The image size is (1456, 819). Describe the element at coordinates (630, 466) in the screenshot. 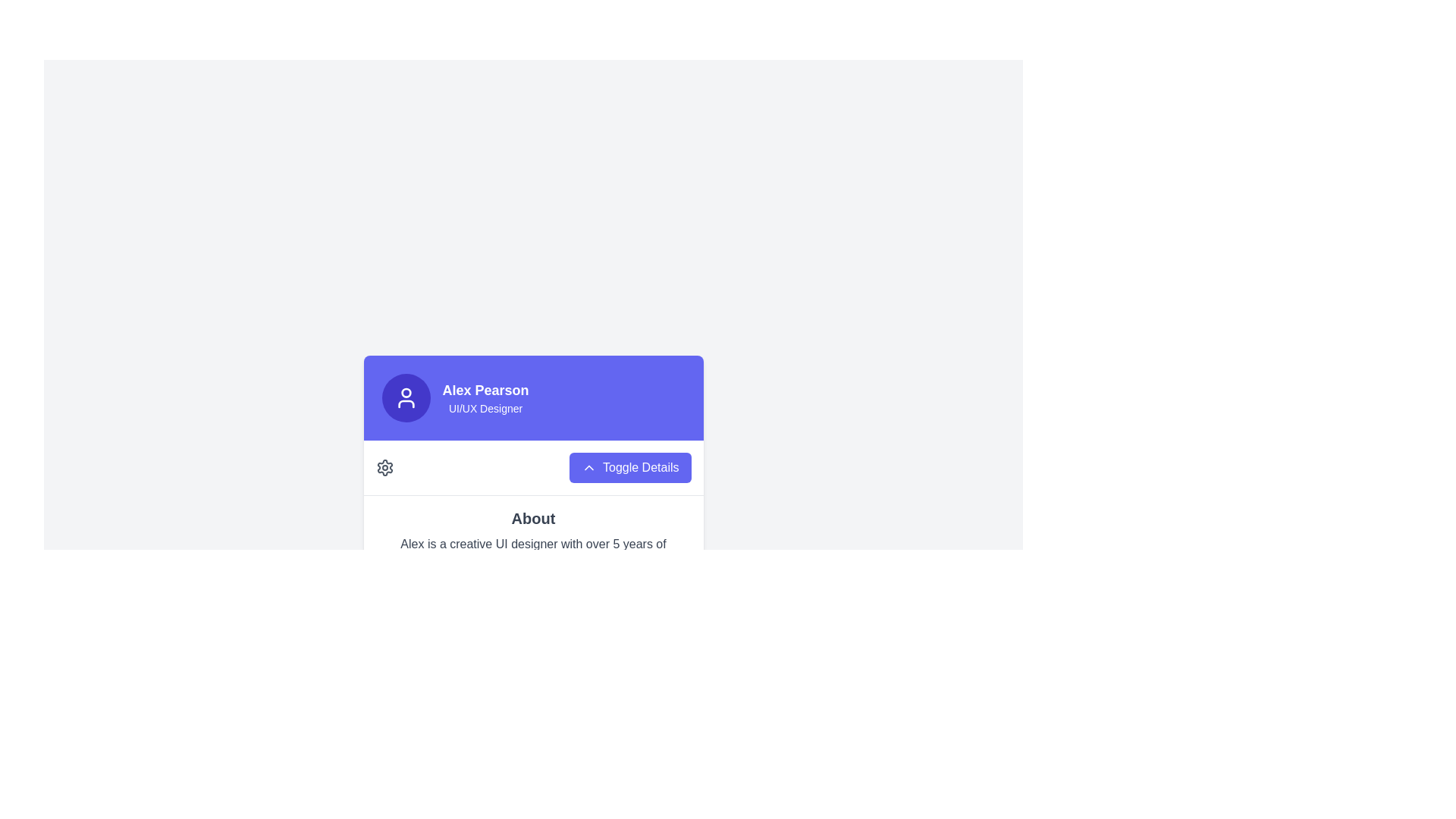

I see `the 'Toggle Details' button` at that location.